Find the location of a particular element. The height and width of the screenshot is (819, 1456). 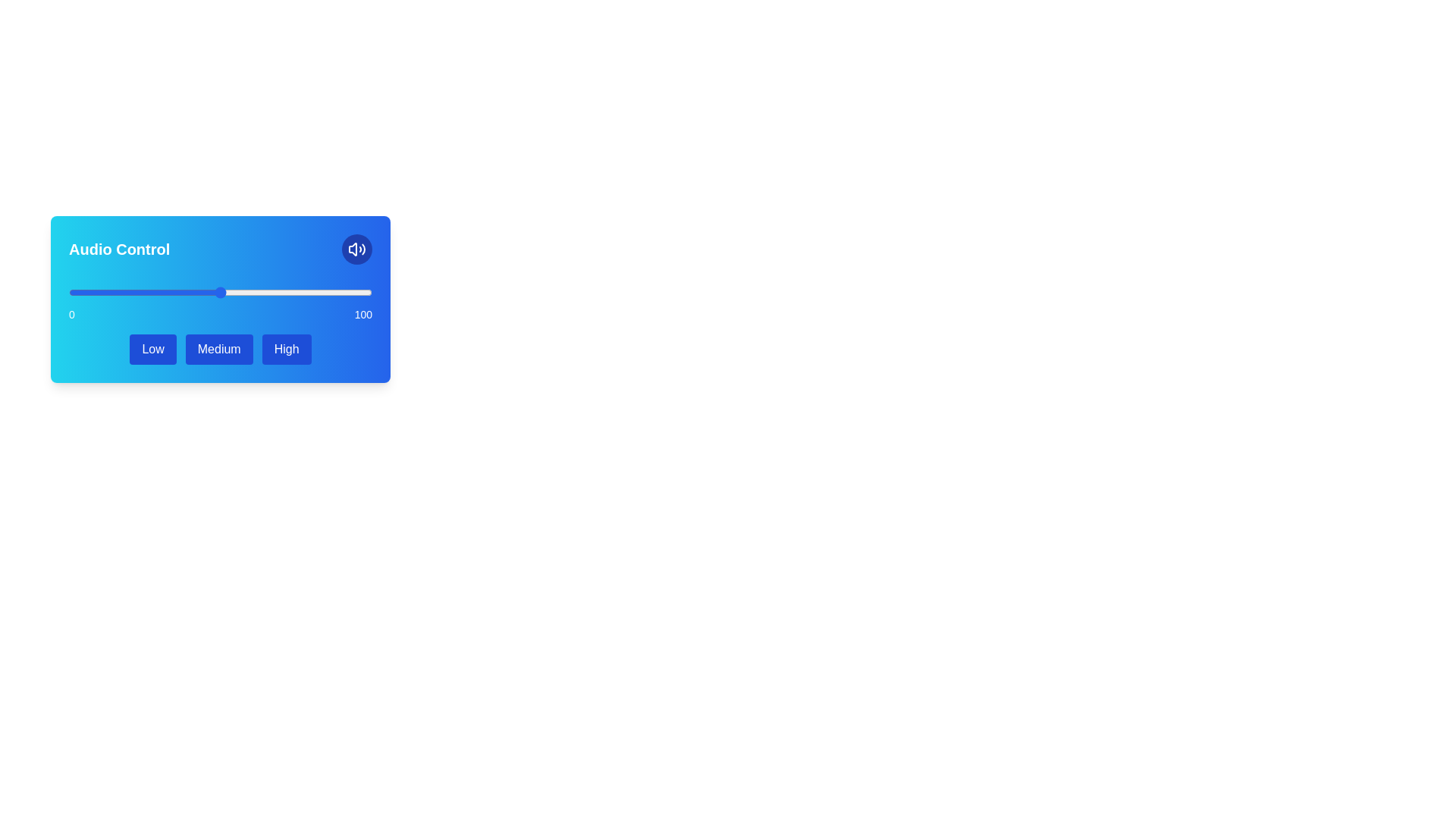

the speaker icon with sound waves, which is styled with bold strokes and placed on a circular blue background in the top-right corner of the 'Audio Control' interface is located at coordinates (356, 248).